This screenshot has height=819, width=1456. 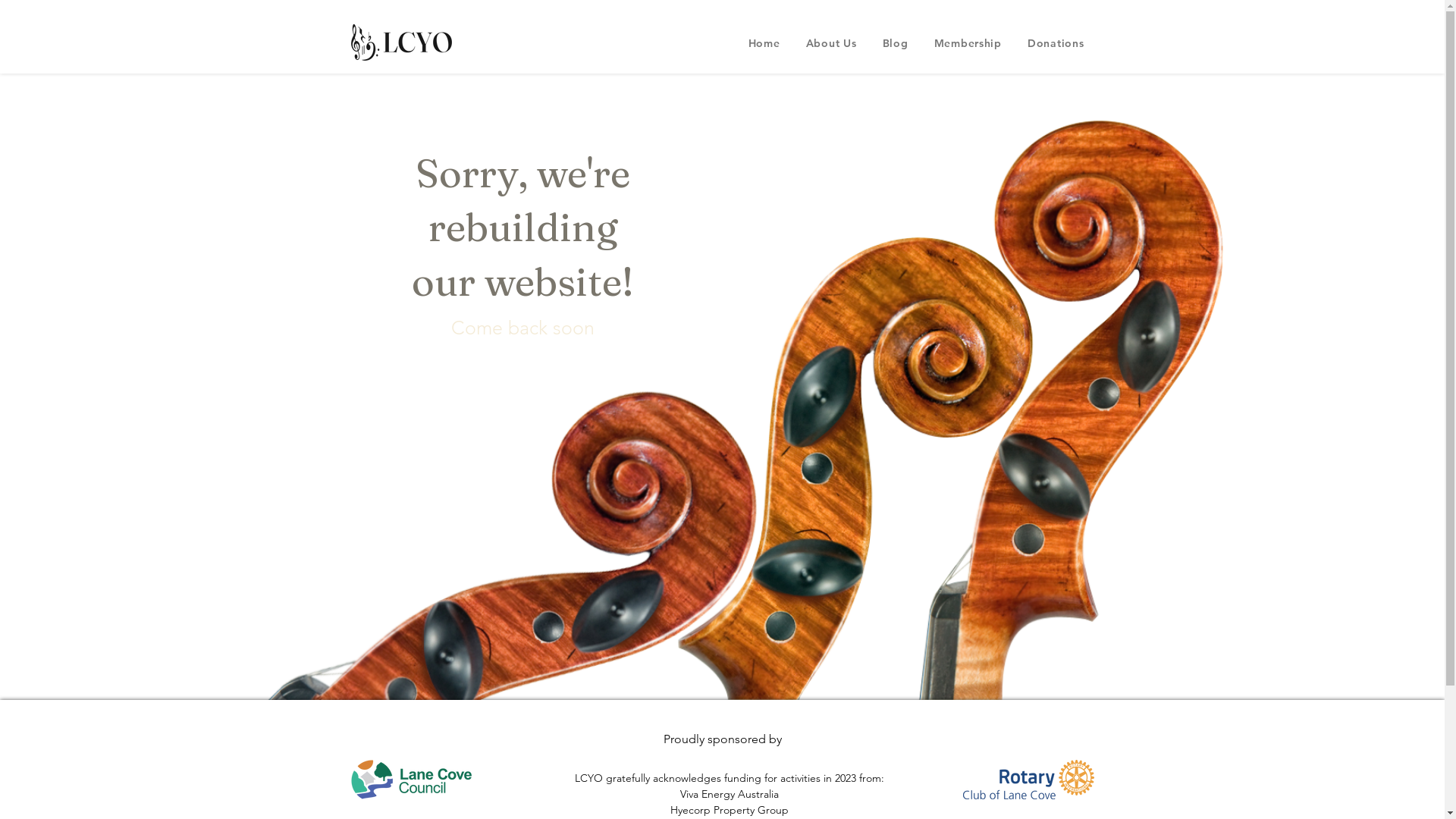 What do you see at coordinates (1055, 42) in the screenshot?
I see `'Donations'` at bounding box center [1055, 42].